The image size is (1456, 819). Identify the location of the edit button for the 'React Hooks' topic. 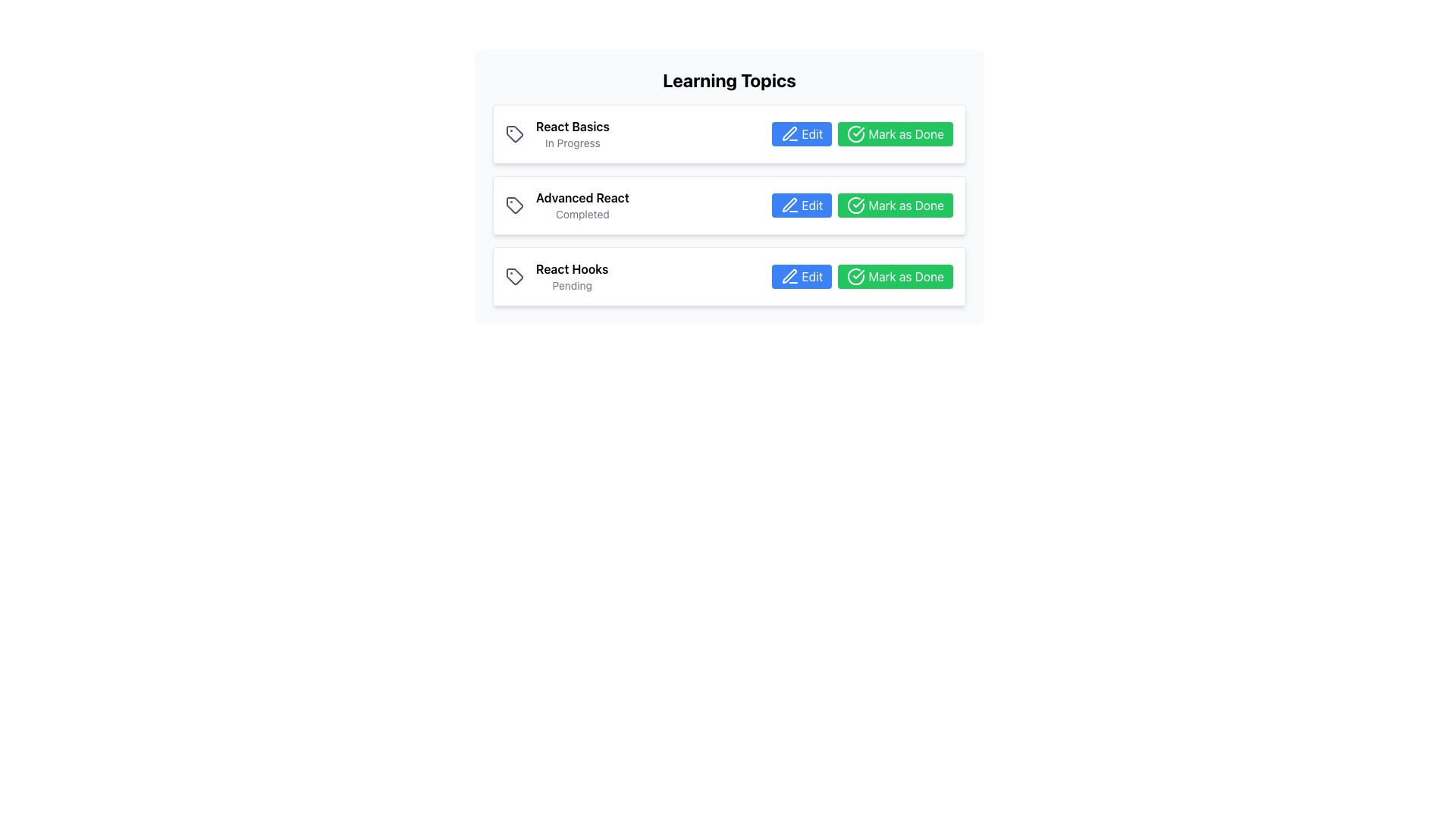
(801, 277).